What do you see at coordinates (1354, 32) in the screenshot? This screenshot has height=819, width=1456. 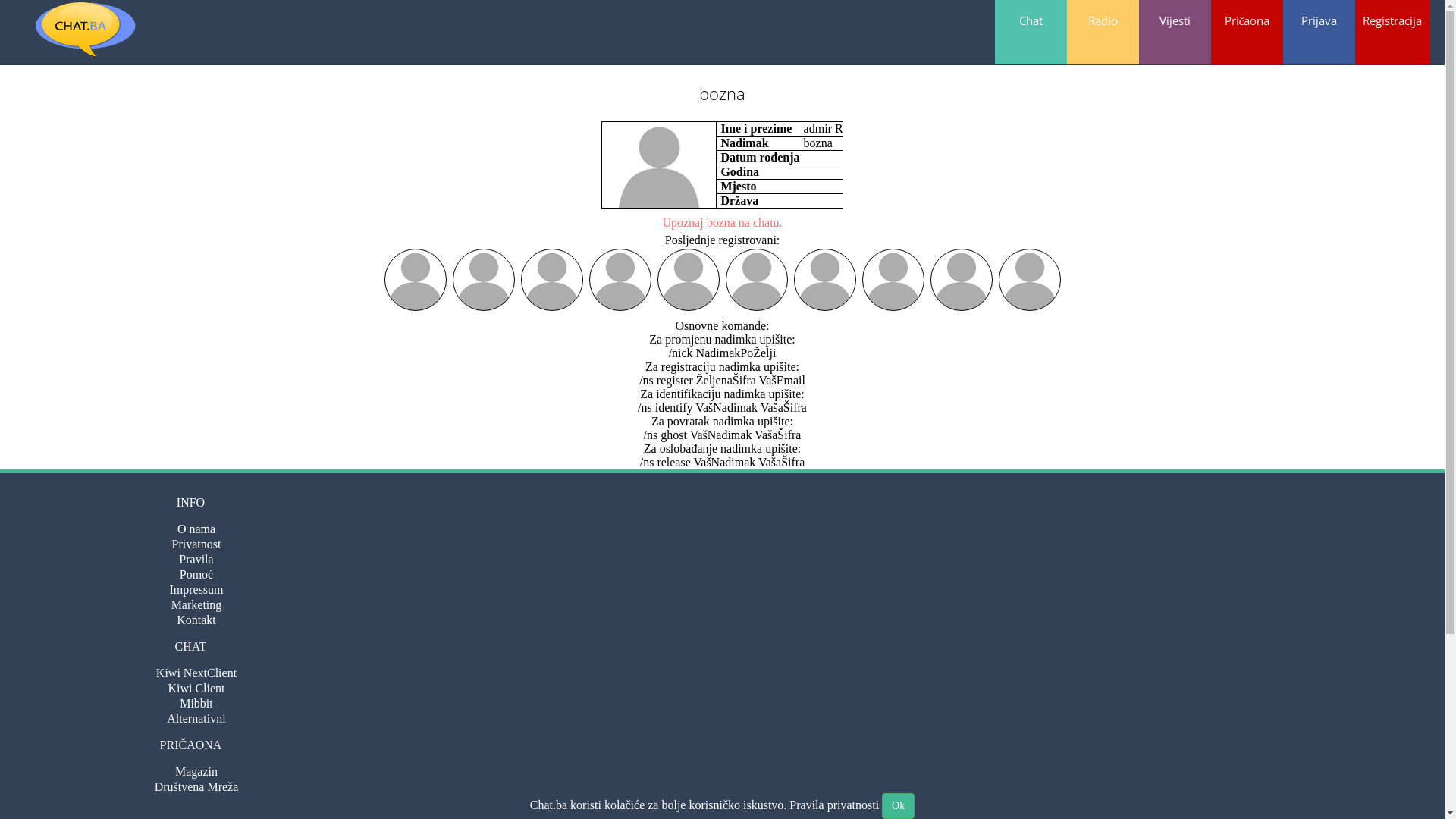 I see `'Registracija'` at bounding box center [1354, 32].